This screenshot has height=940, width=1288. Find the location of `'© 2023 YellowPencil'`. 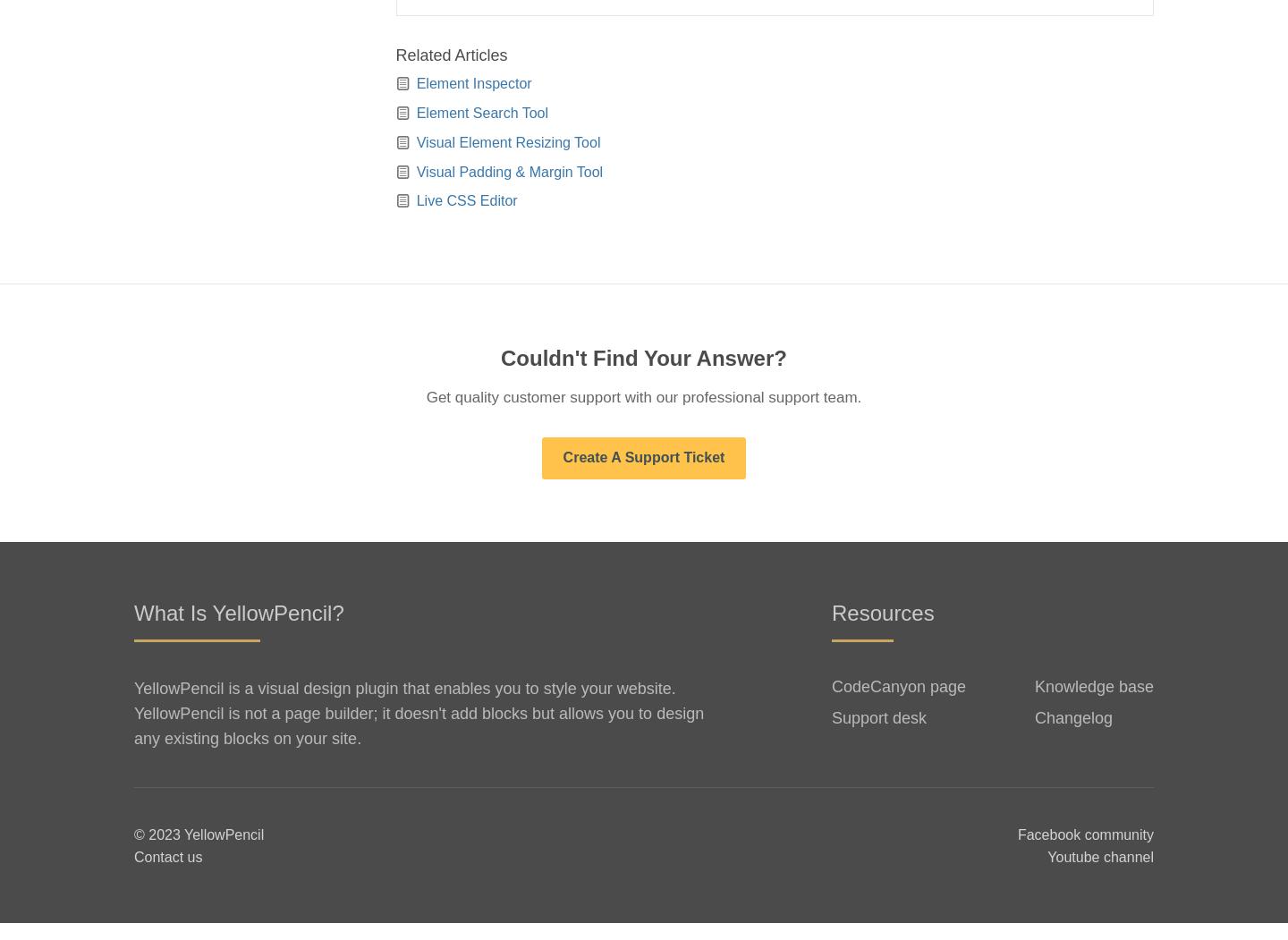

'© 2023 YellowPencil' is located at coordinates (199, 850).